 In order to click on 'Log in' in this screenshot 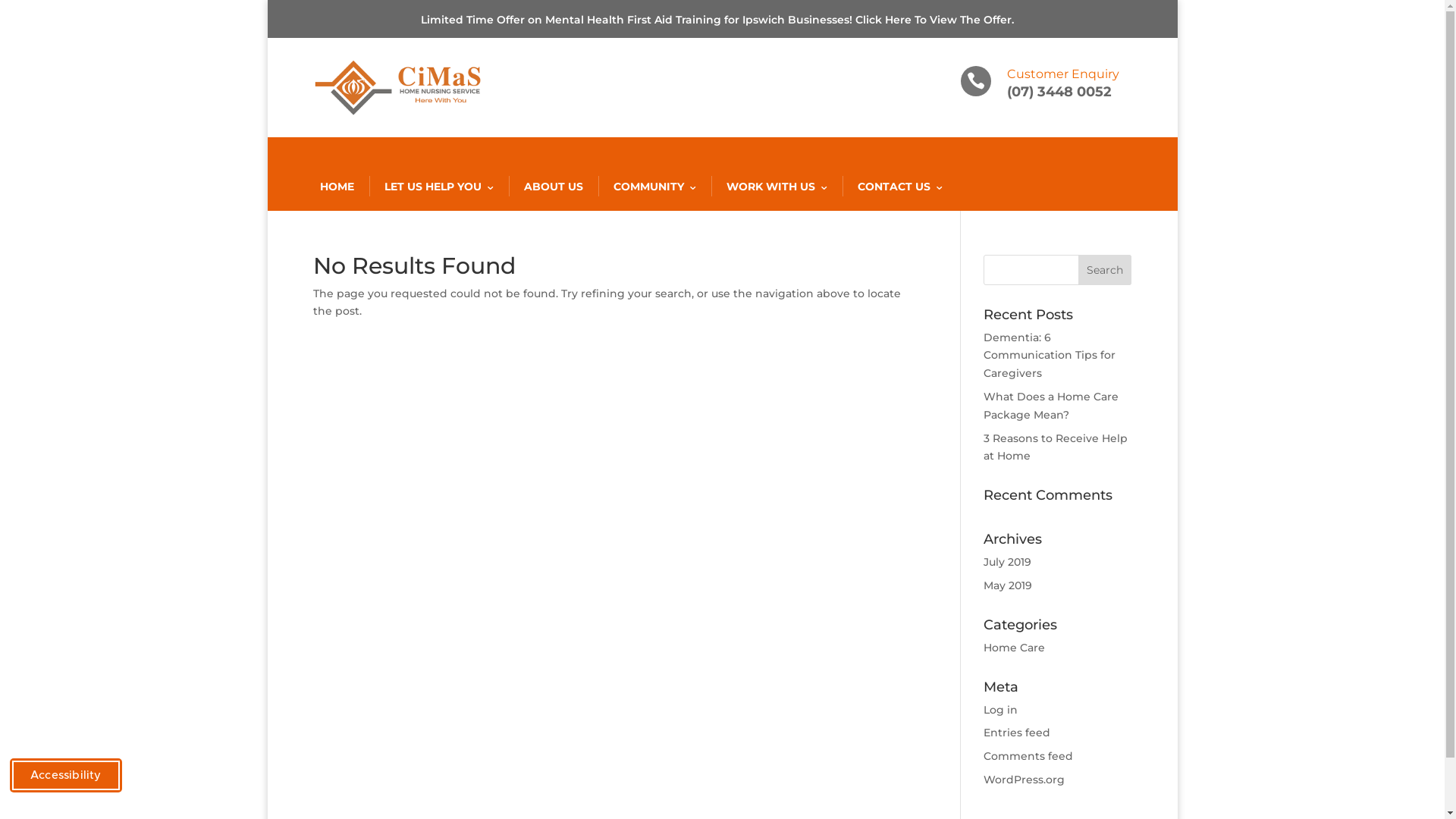, I will do `click(1000, 710)`.